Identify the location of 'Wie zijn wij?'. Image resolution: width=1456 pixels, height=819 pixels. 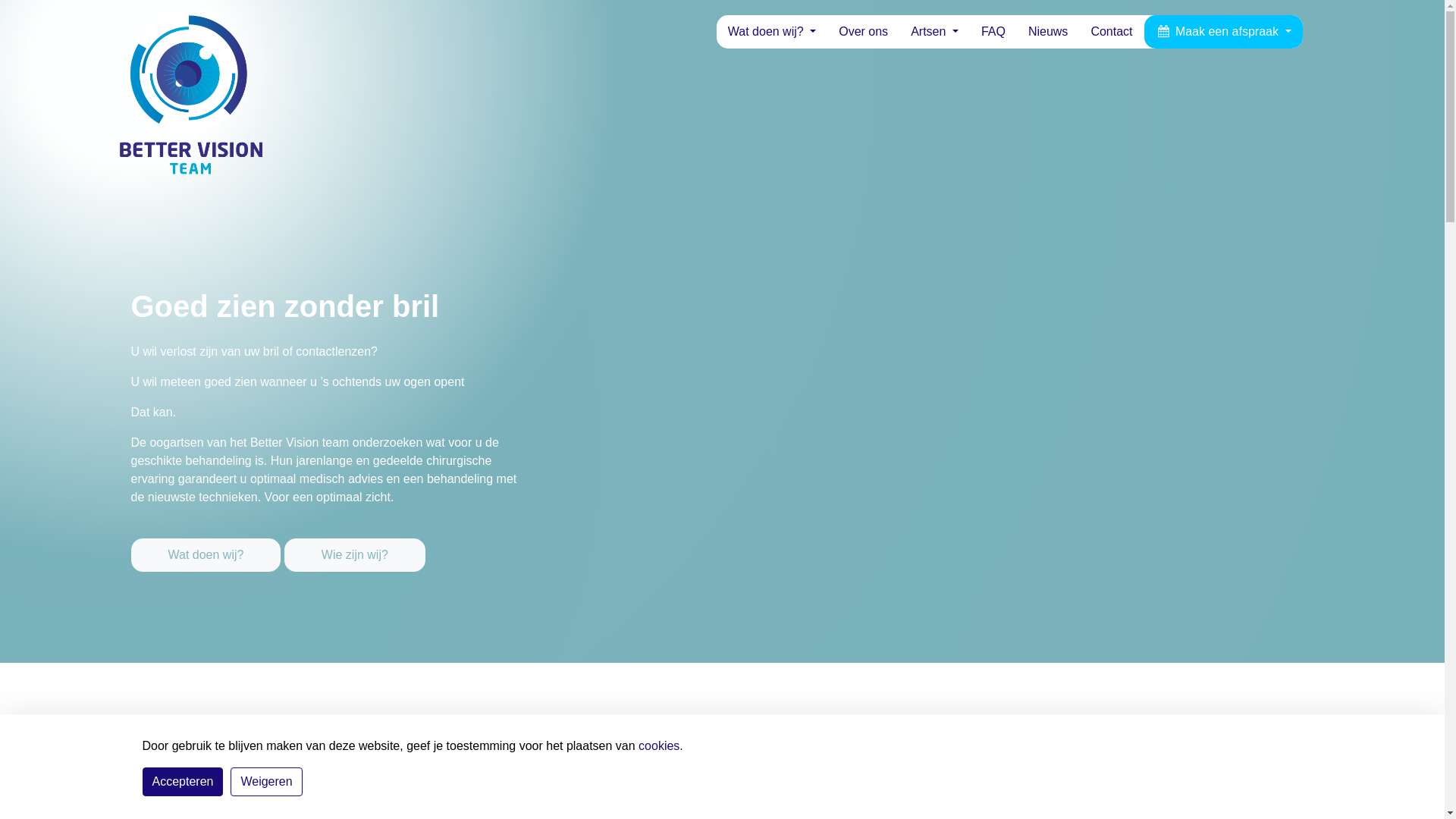
(353, 543).